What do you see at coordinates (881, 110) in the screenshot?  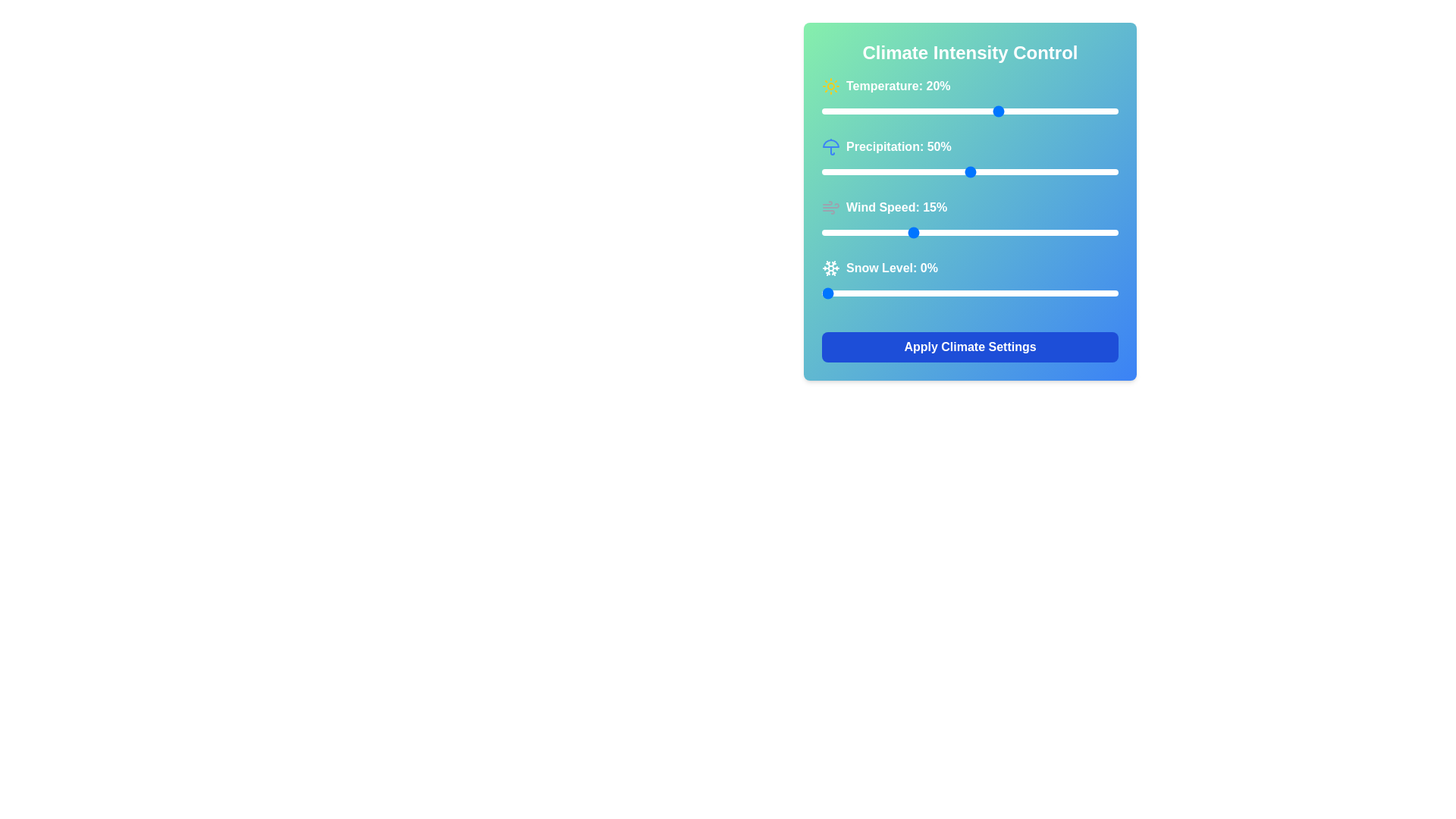 I see `the temperature slider` at bounding box center [881, 110].